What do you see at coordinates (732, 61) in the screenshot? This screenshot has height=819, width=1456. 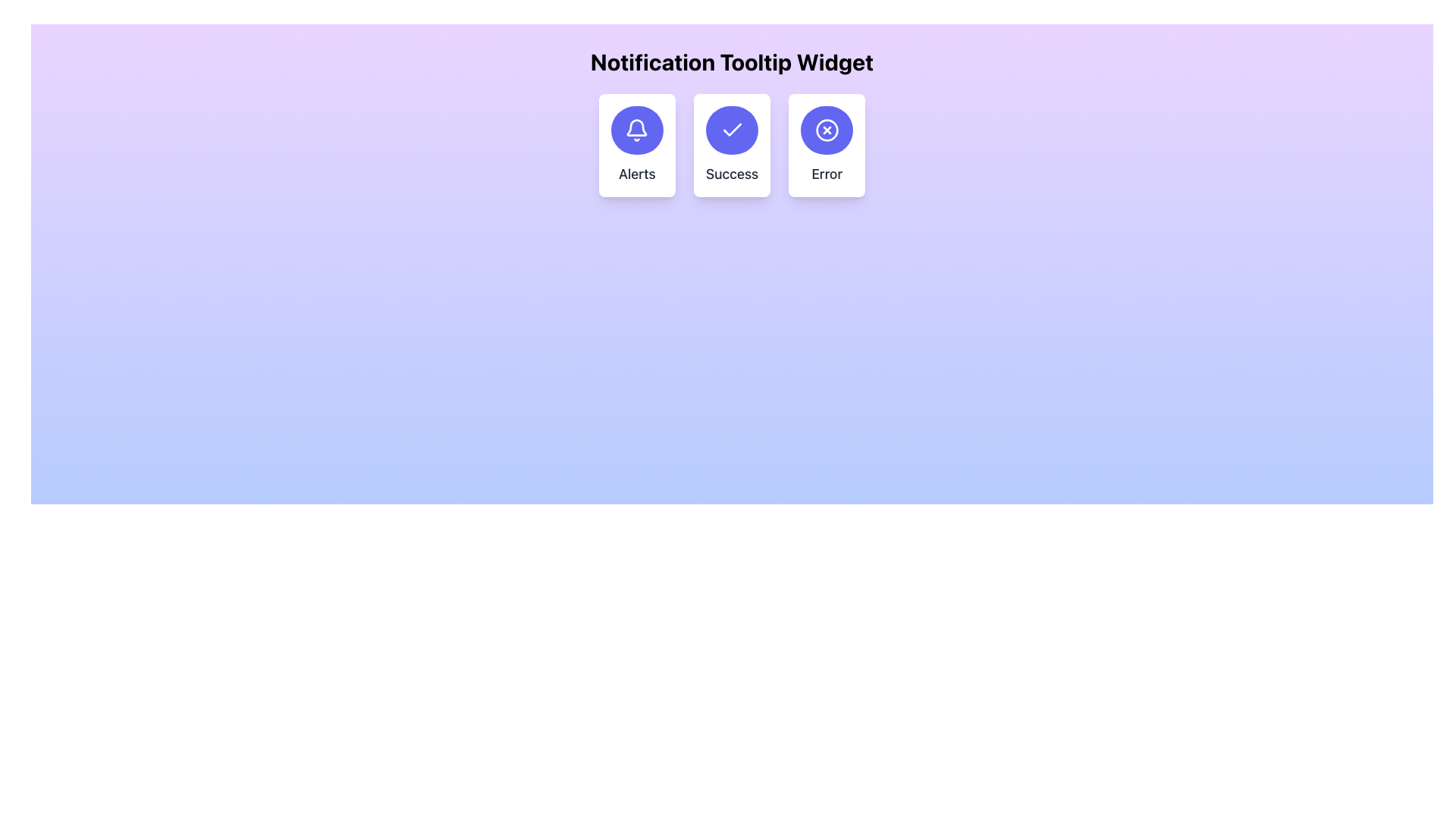 I see `the heading text element that serves as a title for the interface, positioned at the top center of the viewport` at bounding box center [732, 61].